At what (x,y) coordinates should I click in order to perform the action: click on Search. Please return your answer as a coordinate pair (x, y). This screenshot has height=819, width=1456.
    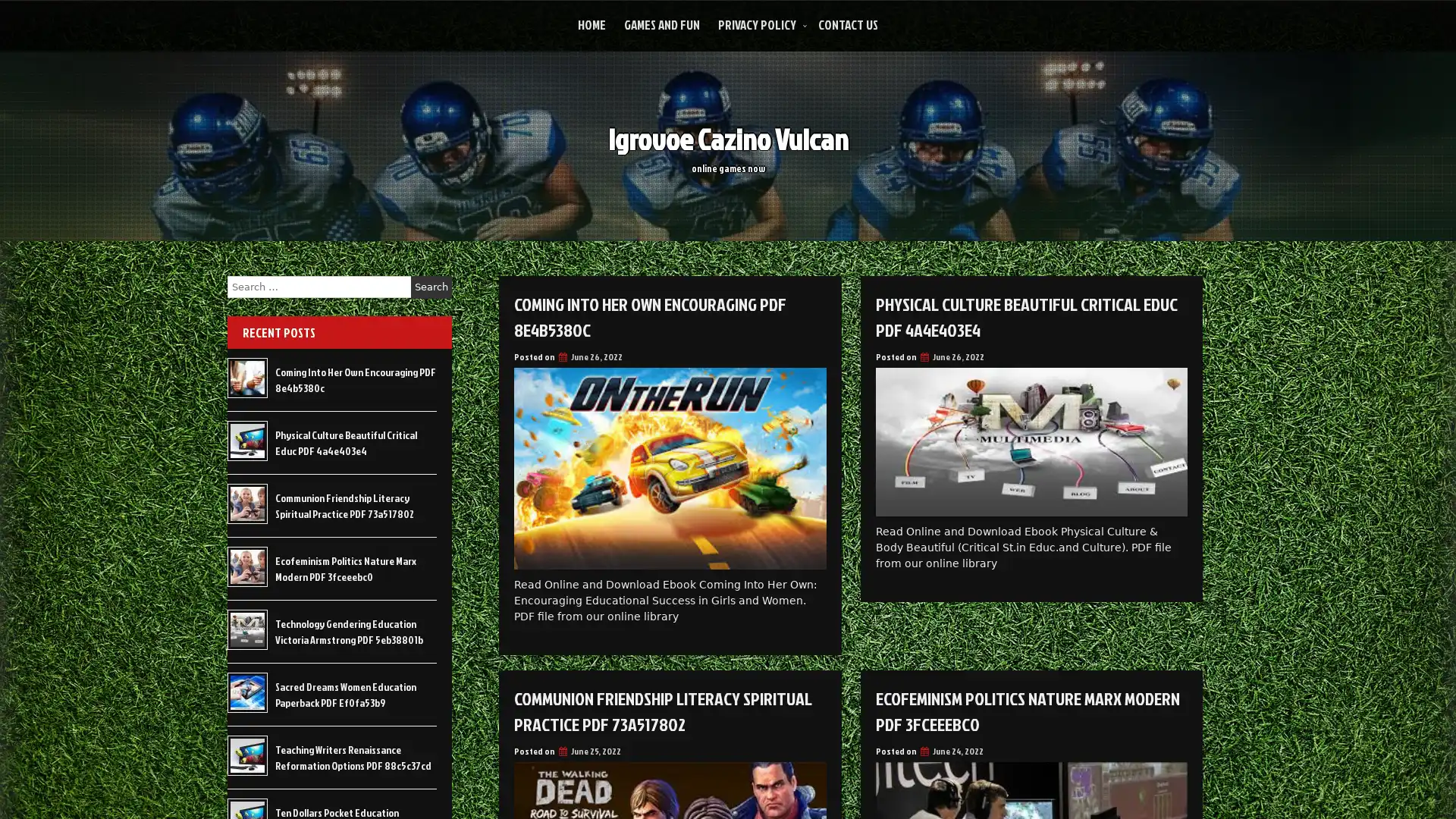
    Looking at the image, I should click on (431, 287).